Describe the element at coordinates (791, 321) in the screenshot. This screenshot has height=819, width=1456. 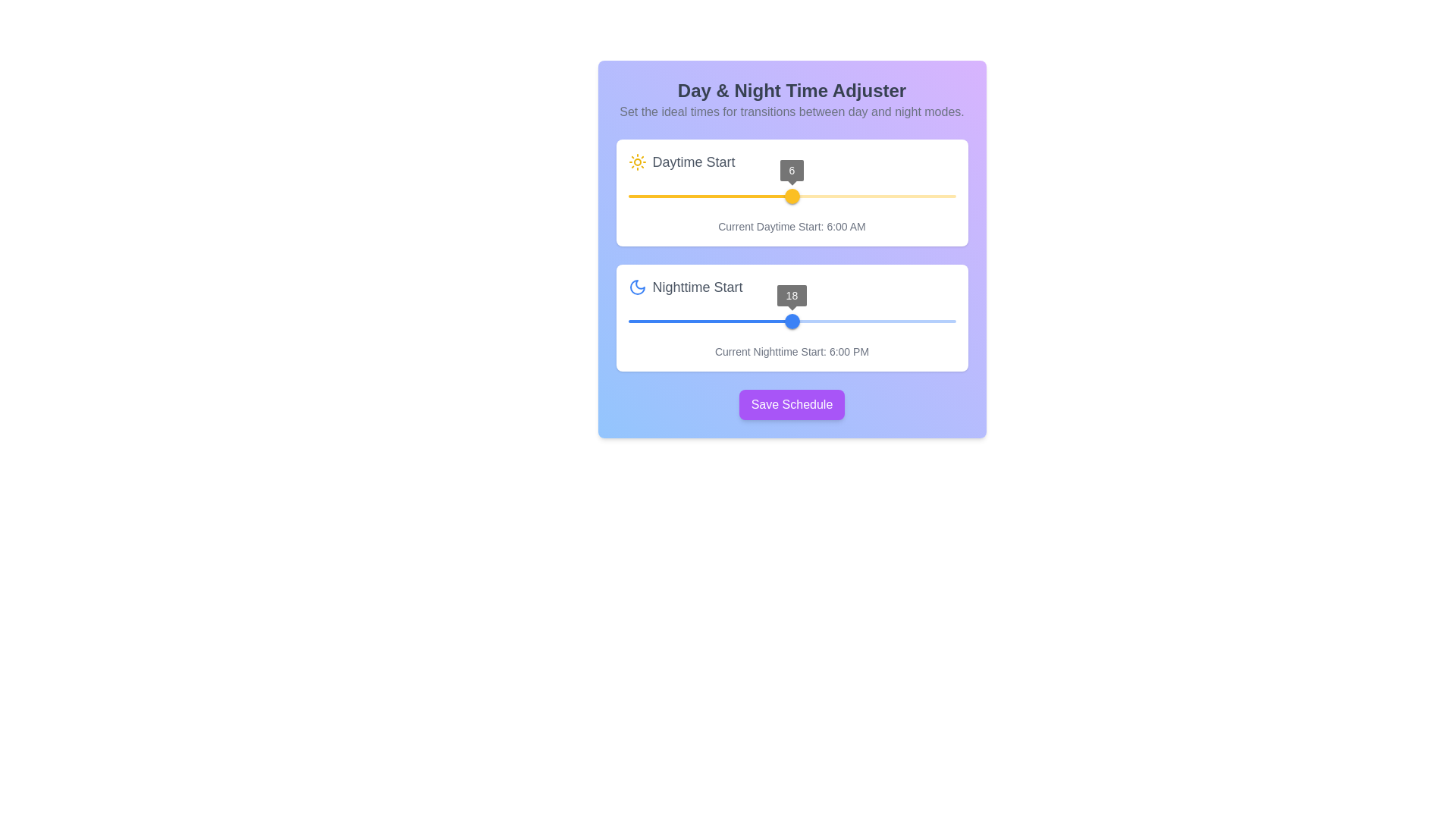
I see `nighttime start hour` at that location.